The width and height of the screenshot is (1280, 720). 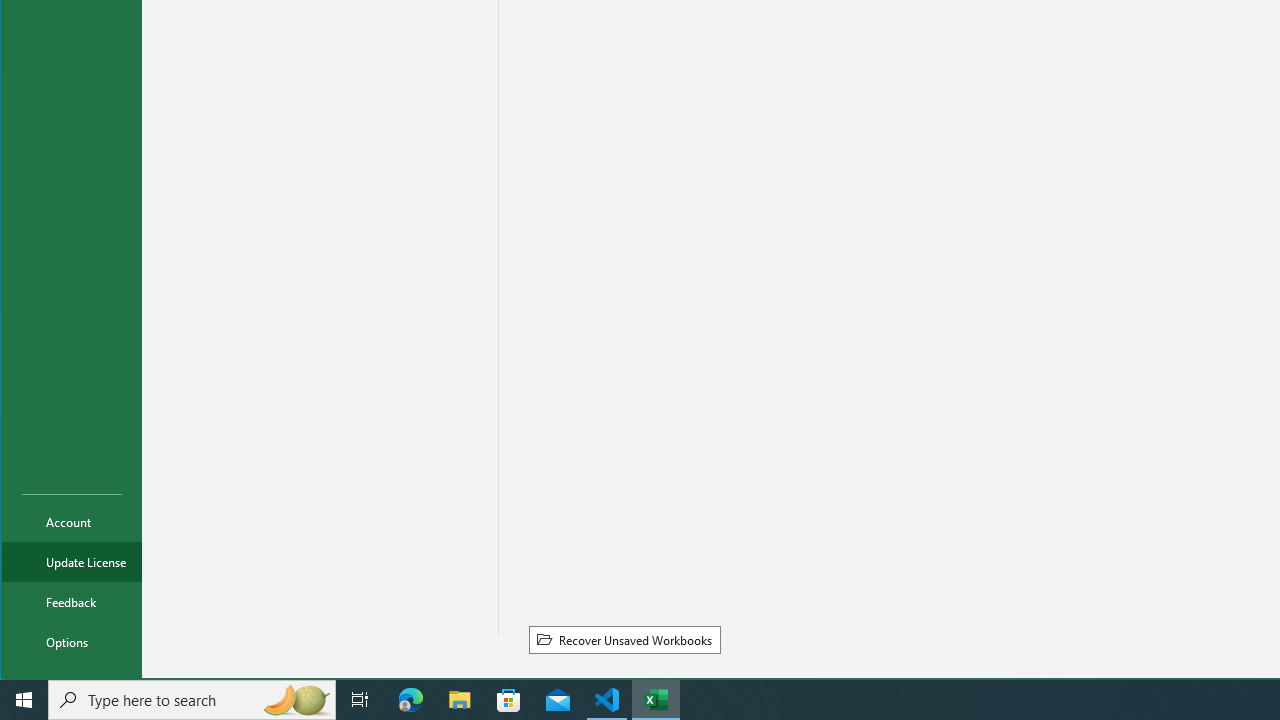 What do you see at coordinates (24, 698) in the screenshot?
I see `'Start'` at bounding box center [24, 698].